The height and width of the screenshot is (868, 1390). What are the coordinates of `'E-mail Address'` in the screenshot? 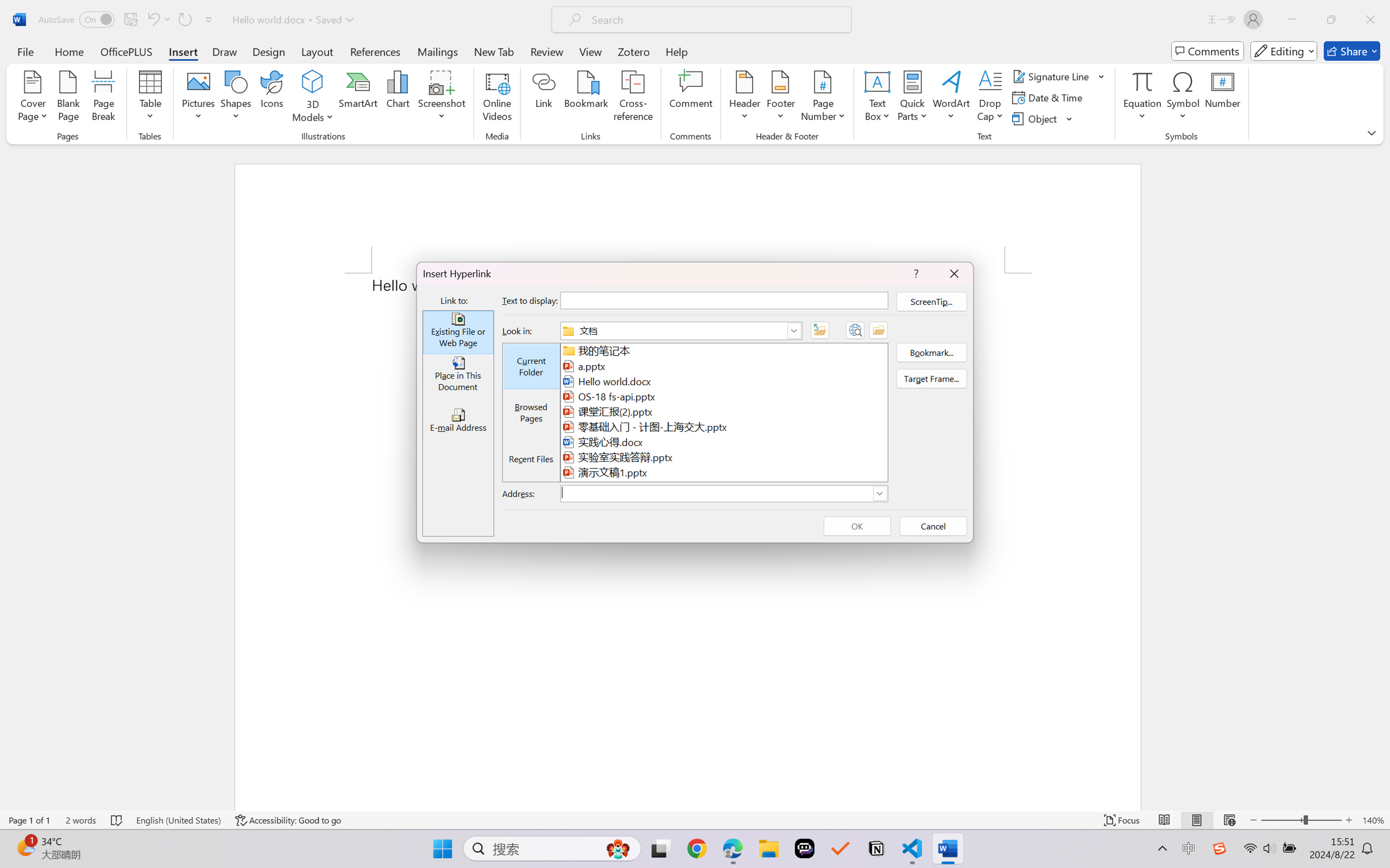 It's located at (458, 420).